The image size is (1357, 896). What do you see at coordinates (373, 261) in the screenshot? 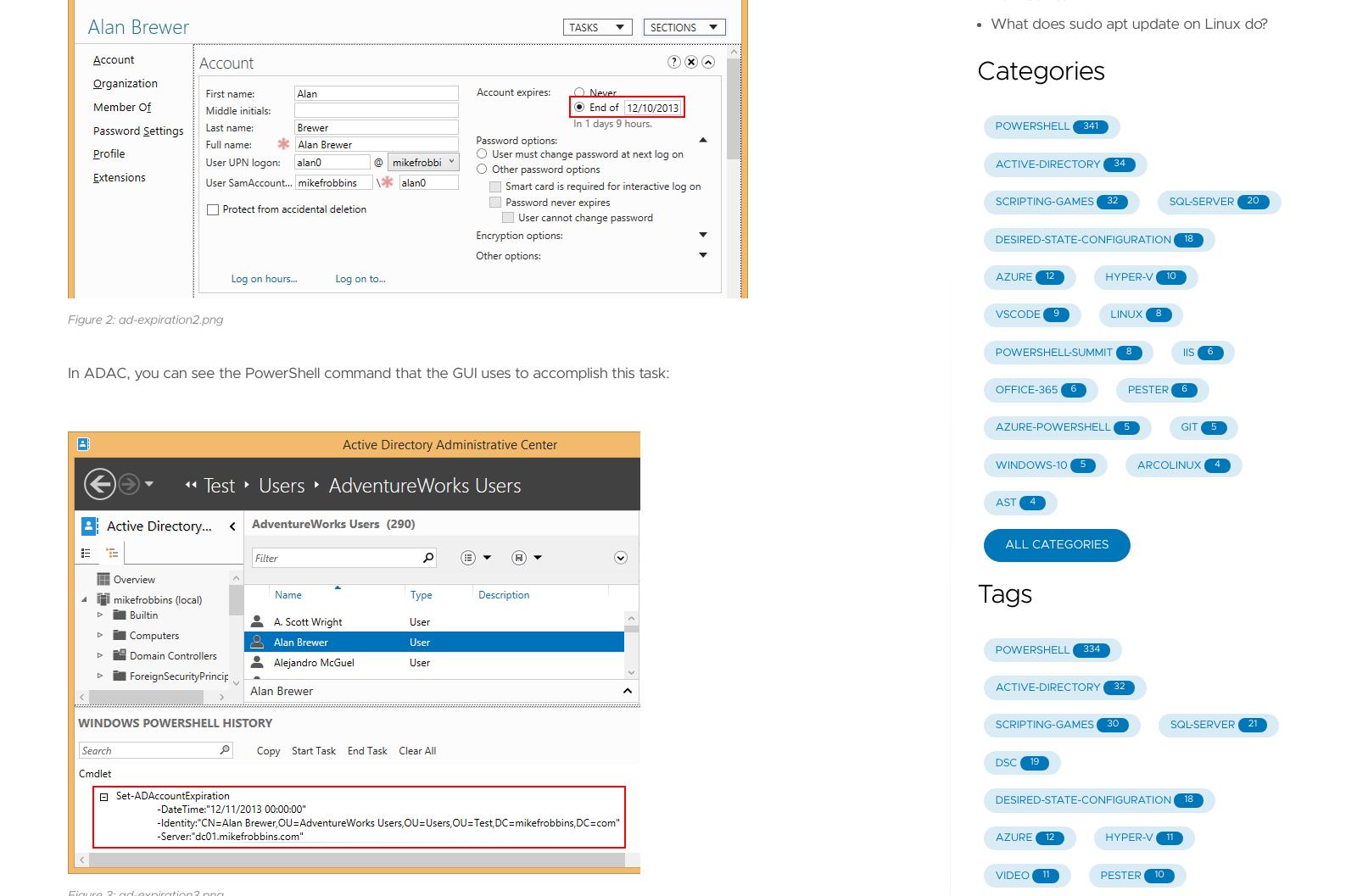
I see `','` at bounding box center [373, 261].